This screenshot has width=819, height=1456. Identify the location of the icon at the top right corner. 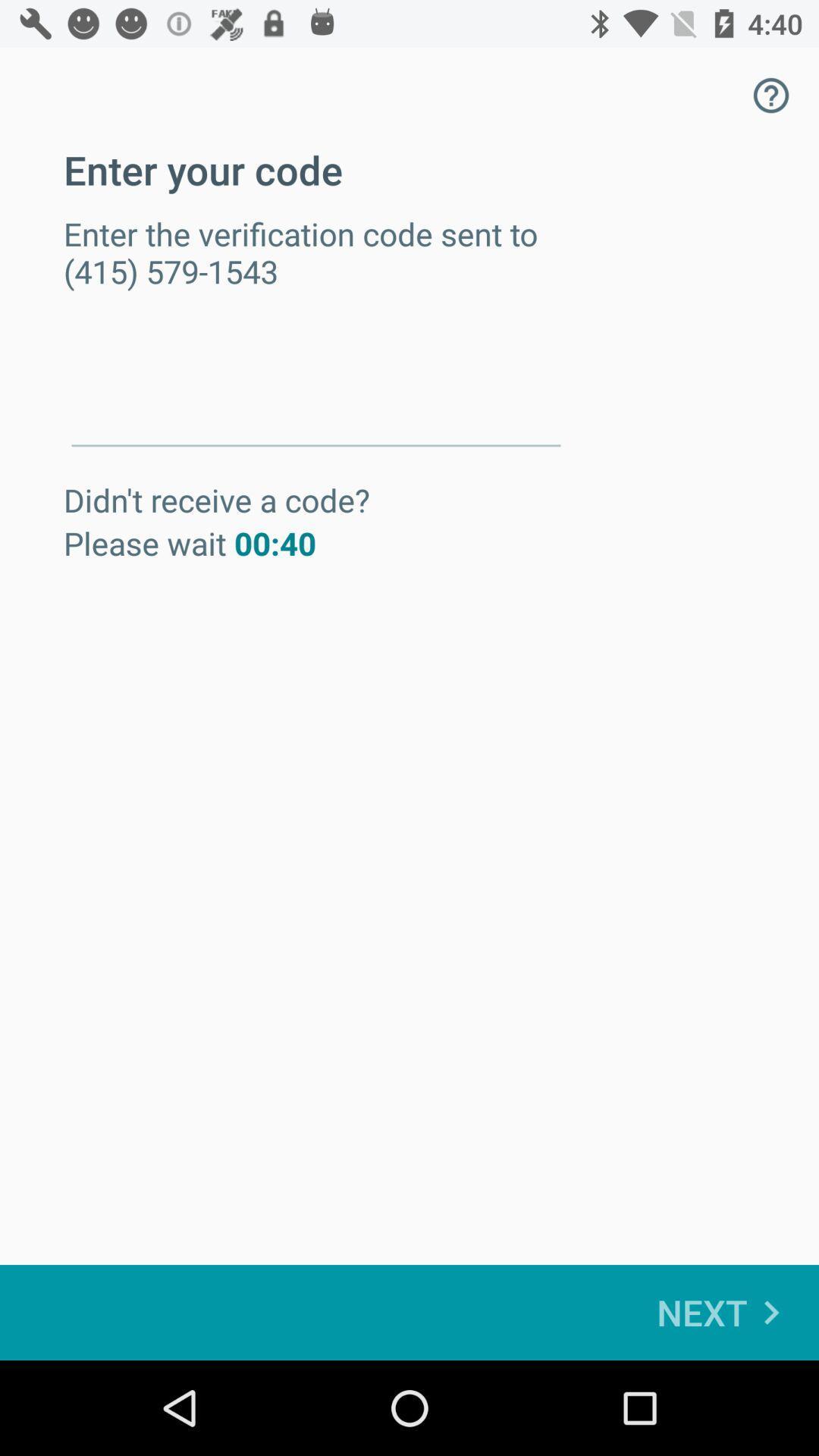
(771, 94).